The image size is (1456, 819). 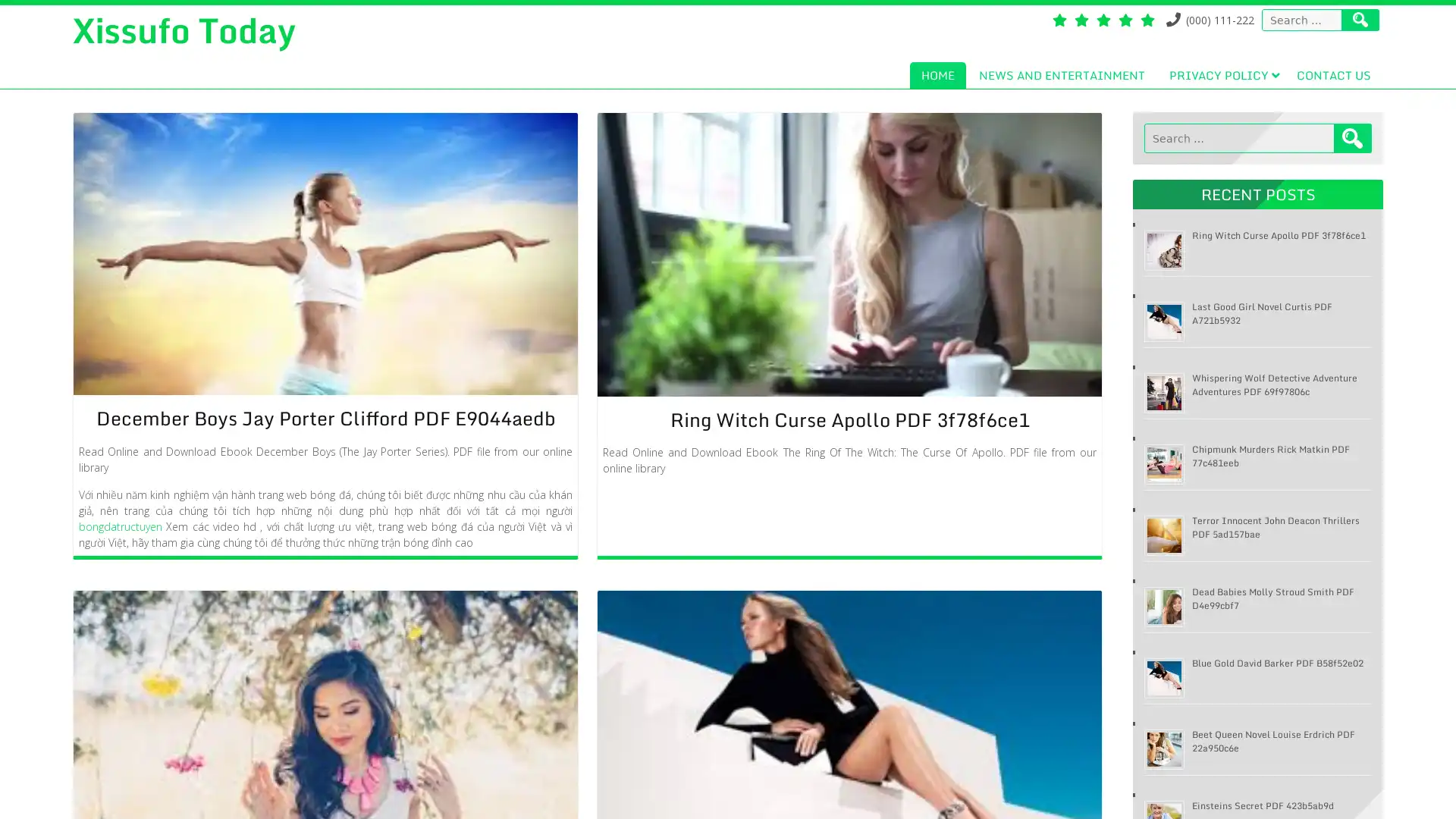 What do you see at coordinates (1360, 20) in the screenshot?
I see `Search` at bounding box center [1360, 20].